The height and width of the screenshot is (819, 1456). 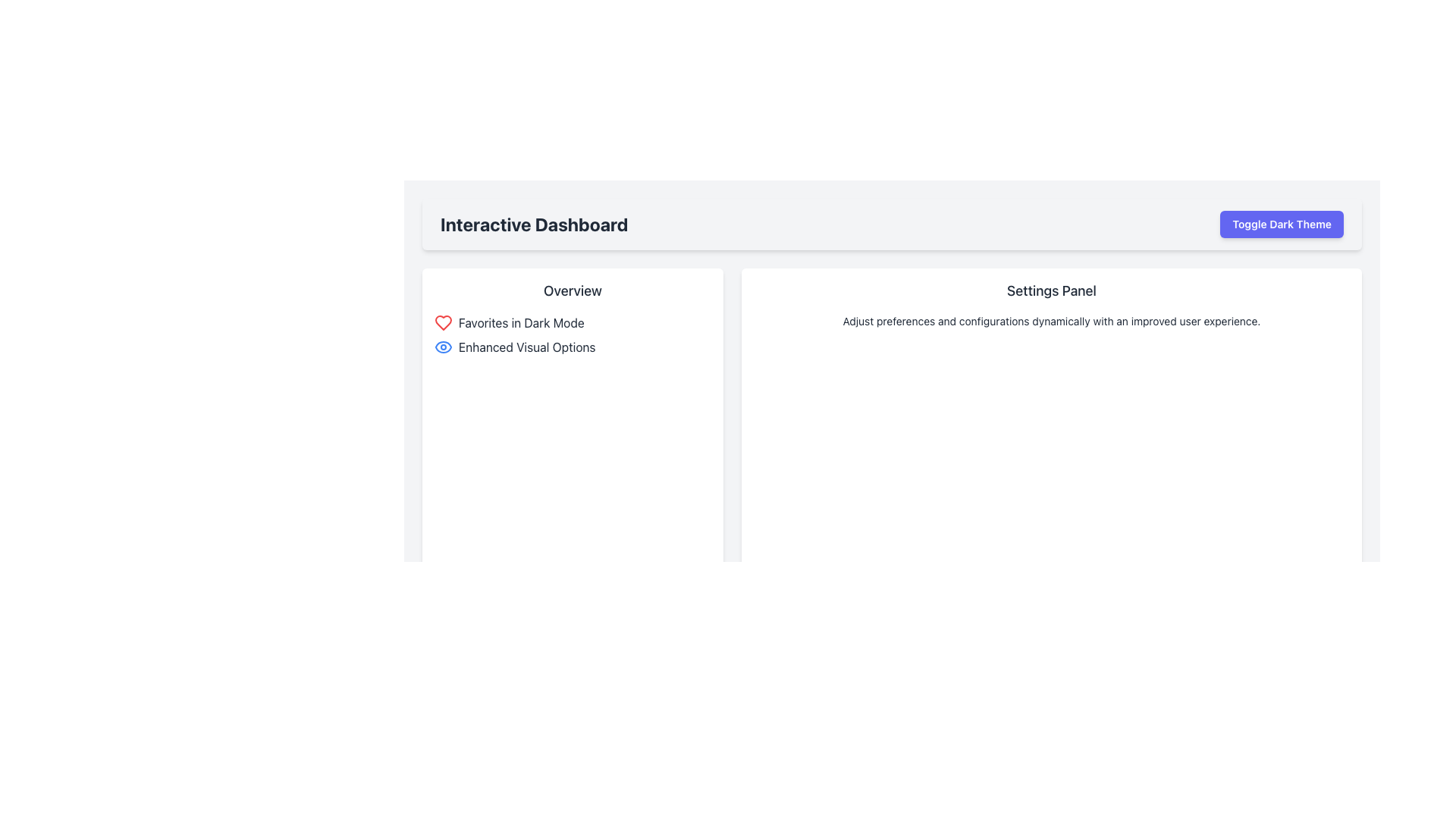 What do you see at coordinates (1281, 224) in the screenshot?
I see `the 'Toggle Dark Theme' button, which is a rectangular button with white text on a purple background, located in the upper-right part of the 'Interactive Dashboard'` at bounding box center [1281, 224].